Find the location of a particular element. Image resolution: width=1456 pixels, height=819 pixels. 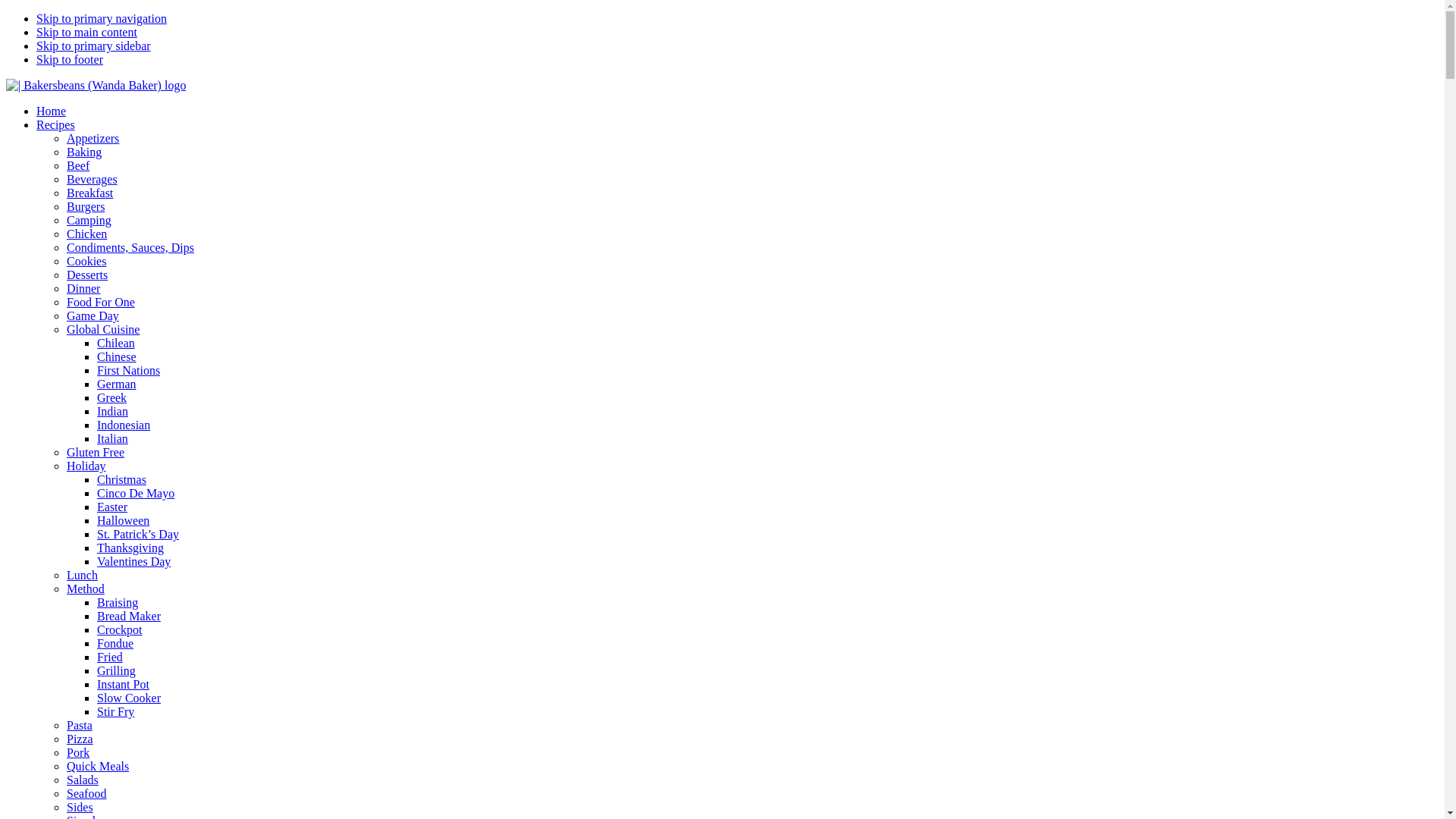

'Slow Cooker' is located at coordinates (128, 698).